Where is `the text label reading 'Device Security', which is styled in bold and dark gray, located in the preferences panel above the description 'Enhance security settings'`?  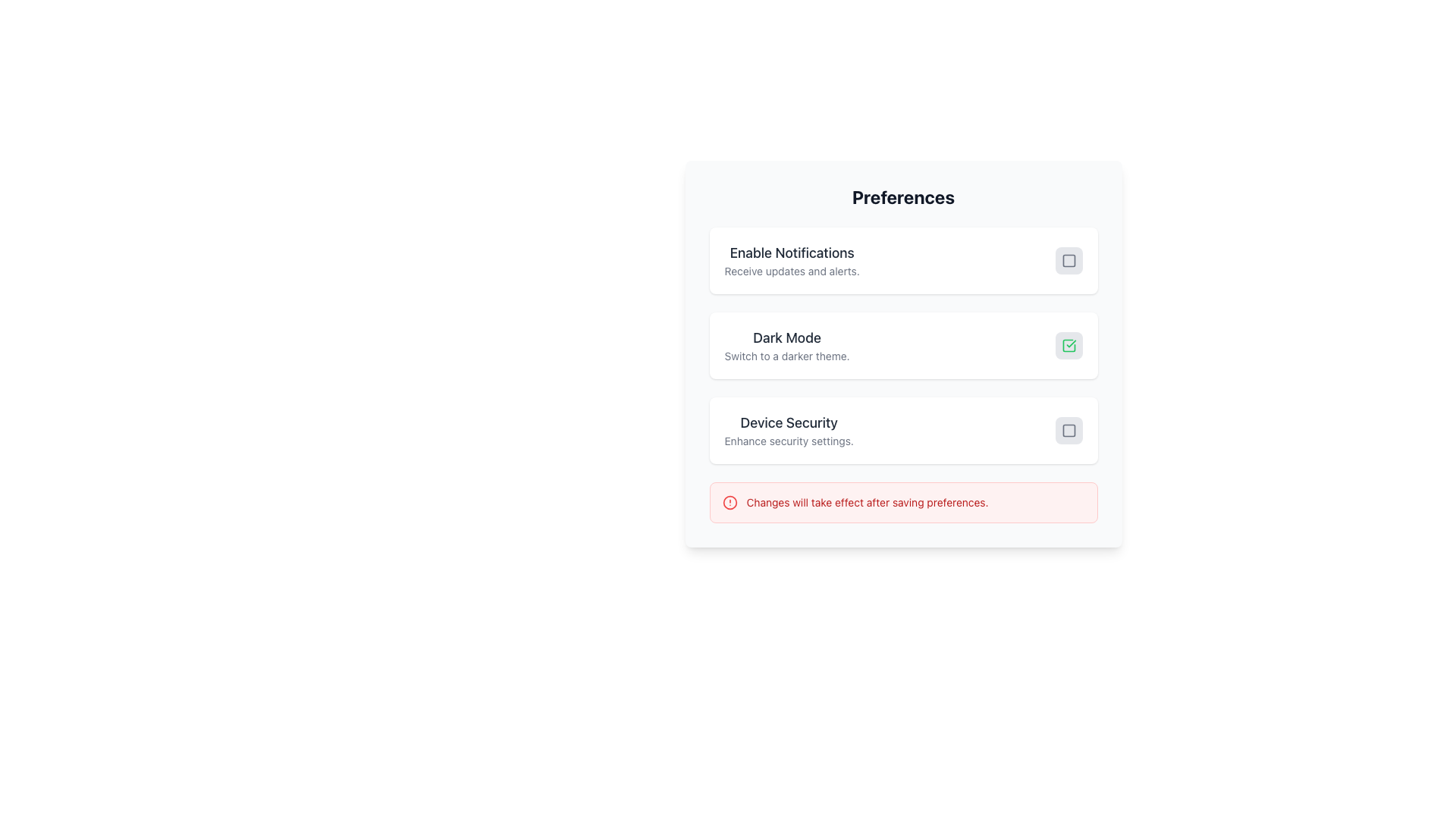
the text label reading 'Device Security', which is styled in bold and dark gray, located in the preferences panel above the description 'Enhance security settings' is located at coordinates (789, 423).